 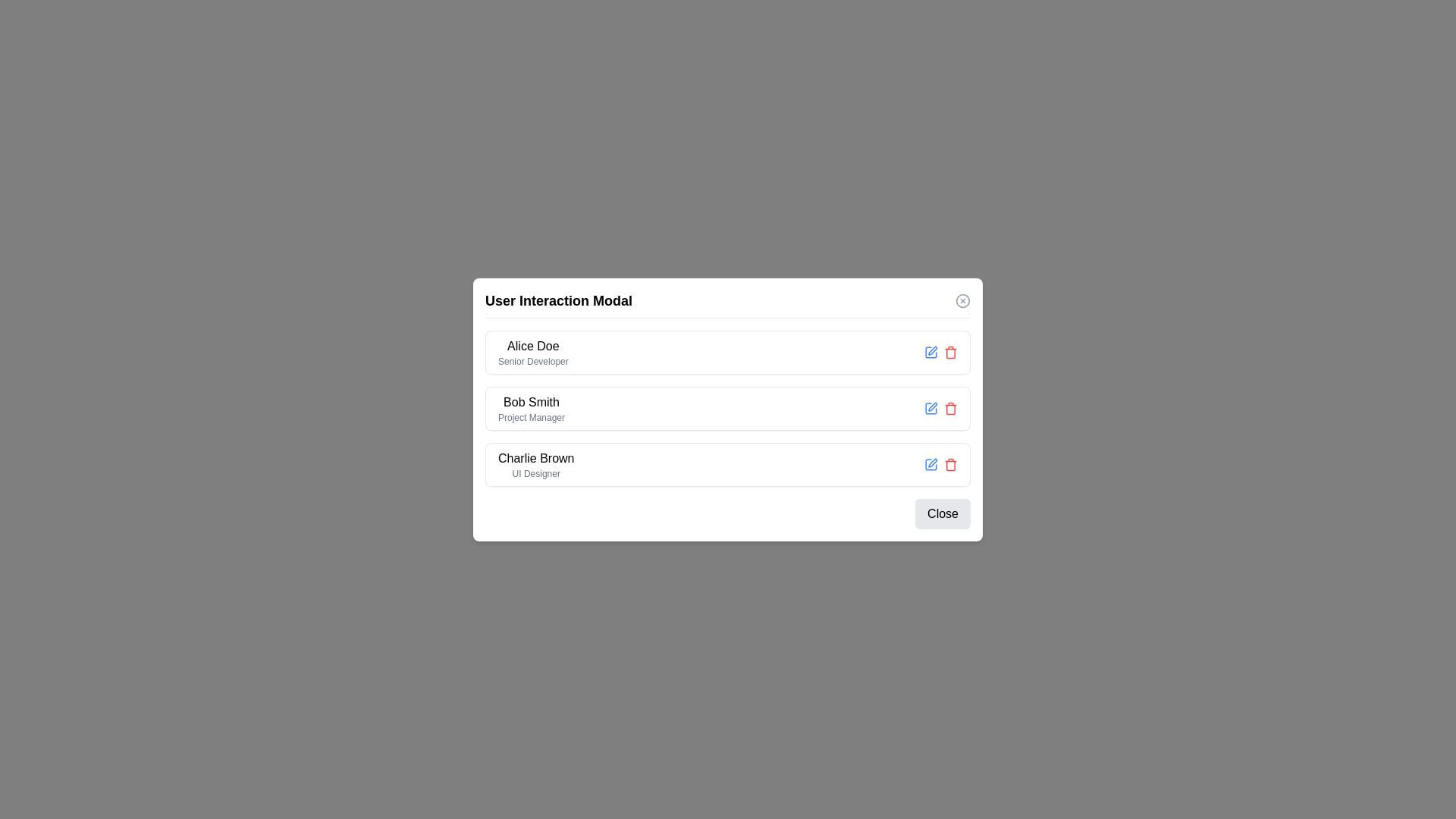 What do you see at coordinates (932, 462) in the screenshot?
I see `the pen icon representing the edit function in the last user's information row labeled 'Charlie Brown - UI Designer'` at bounding box center [932, 462].